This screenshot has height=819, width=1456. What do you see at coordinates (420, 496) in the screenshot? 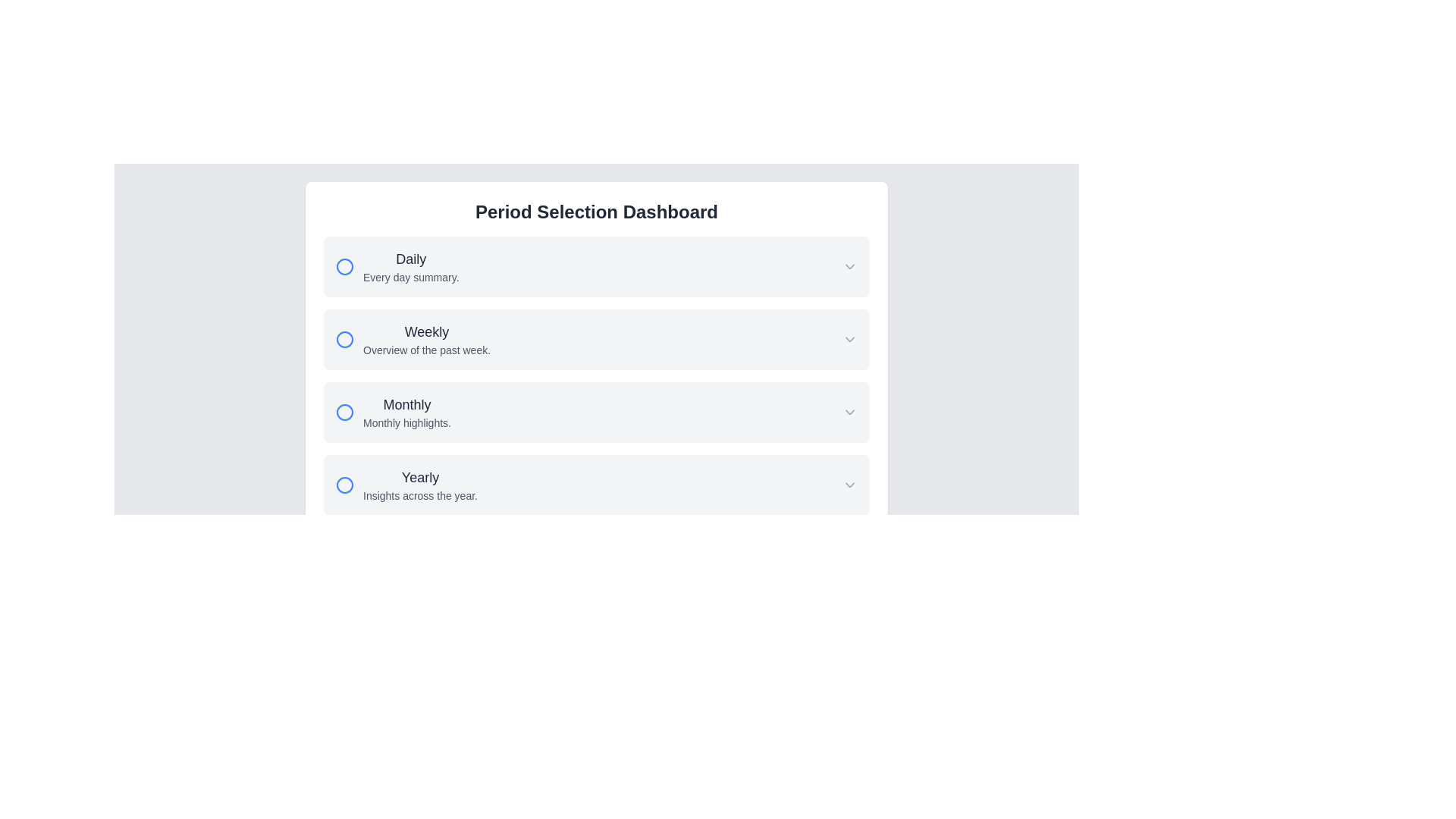
I see `the text label that says 'Insights across the year.' which is styled with a smaller font size and gray color, located below the 'Yearly' option in the 'Period Selection Dashboard'` at bounding box center [420, 496].